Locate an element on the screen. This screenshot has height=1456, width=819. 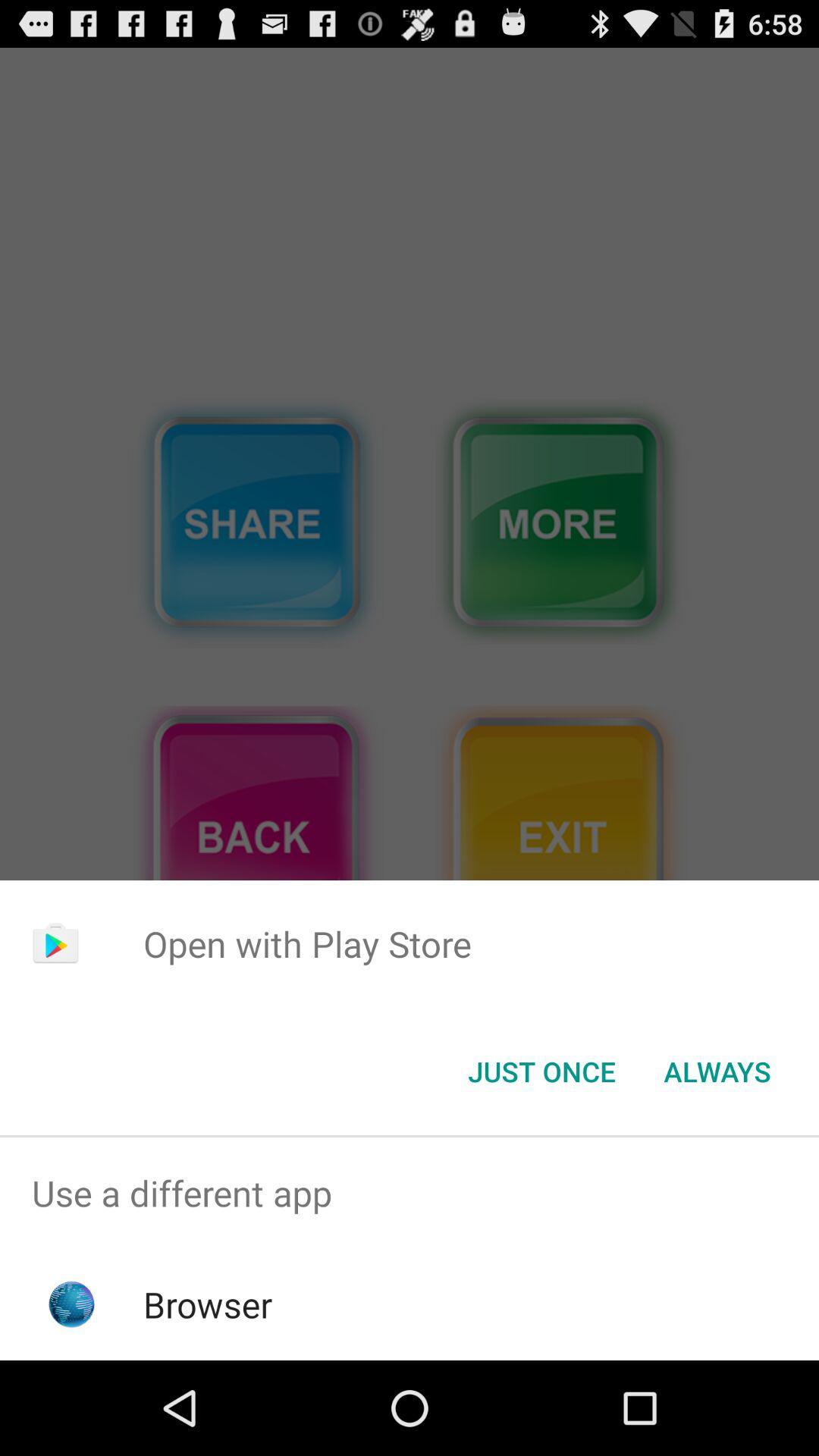
the use a different is located at coordinates (409, 1192).